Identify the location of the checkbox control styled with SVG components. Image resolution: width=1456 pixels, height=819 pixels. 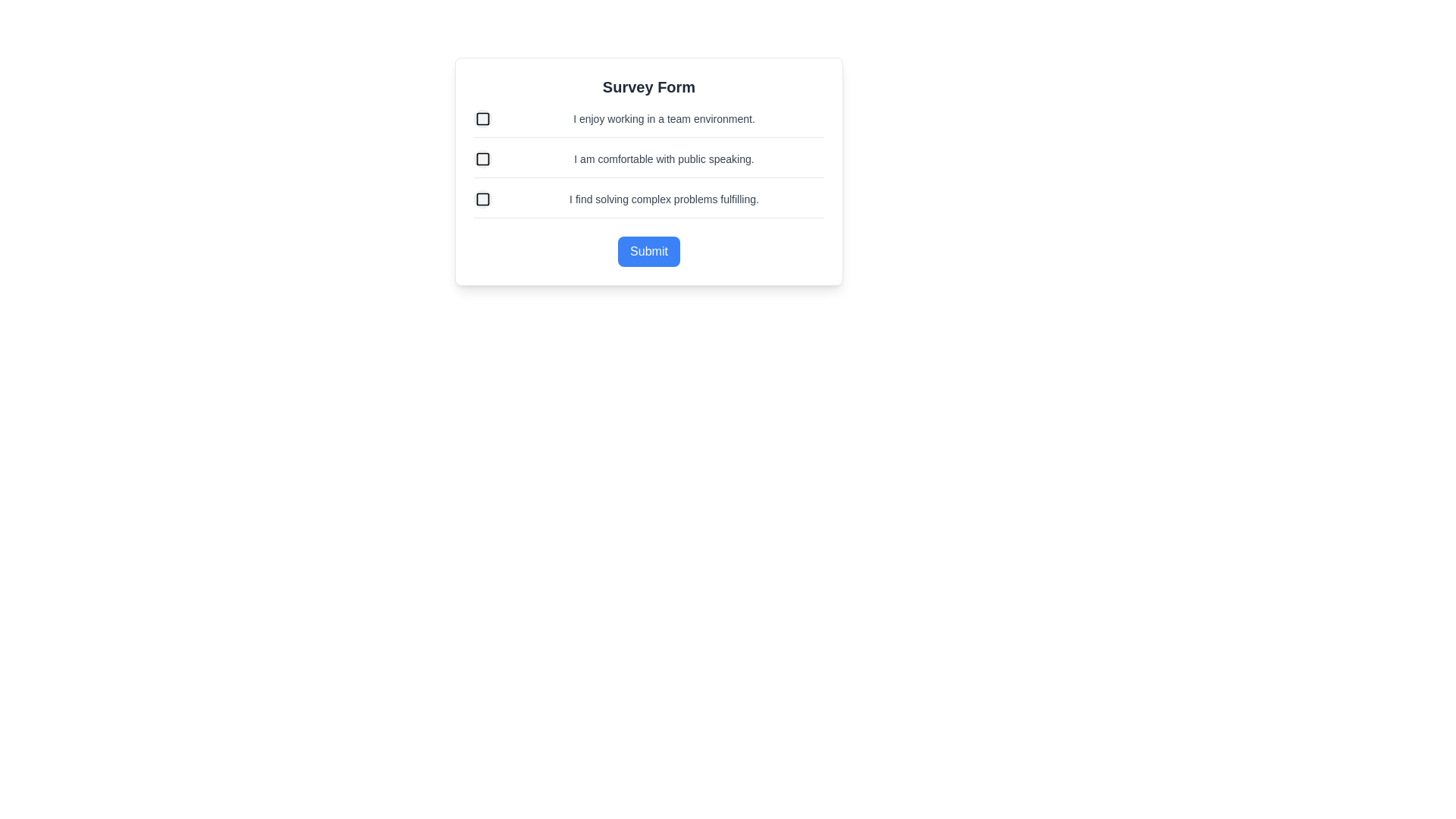
(482, 118).